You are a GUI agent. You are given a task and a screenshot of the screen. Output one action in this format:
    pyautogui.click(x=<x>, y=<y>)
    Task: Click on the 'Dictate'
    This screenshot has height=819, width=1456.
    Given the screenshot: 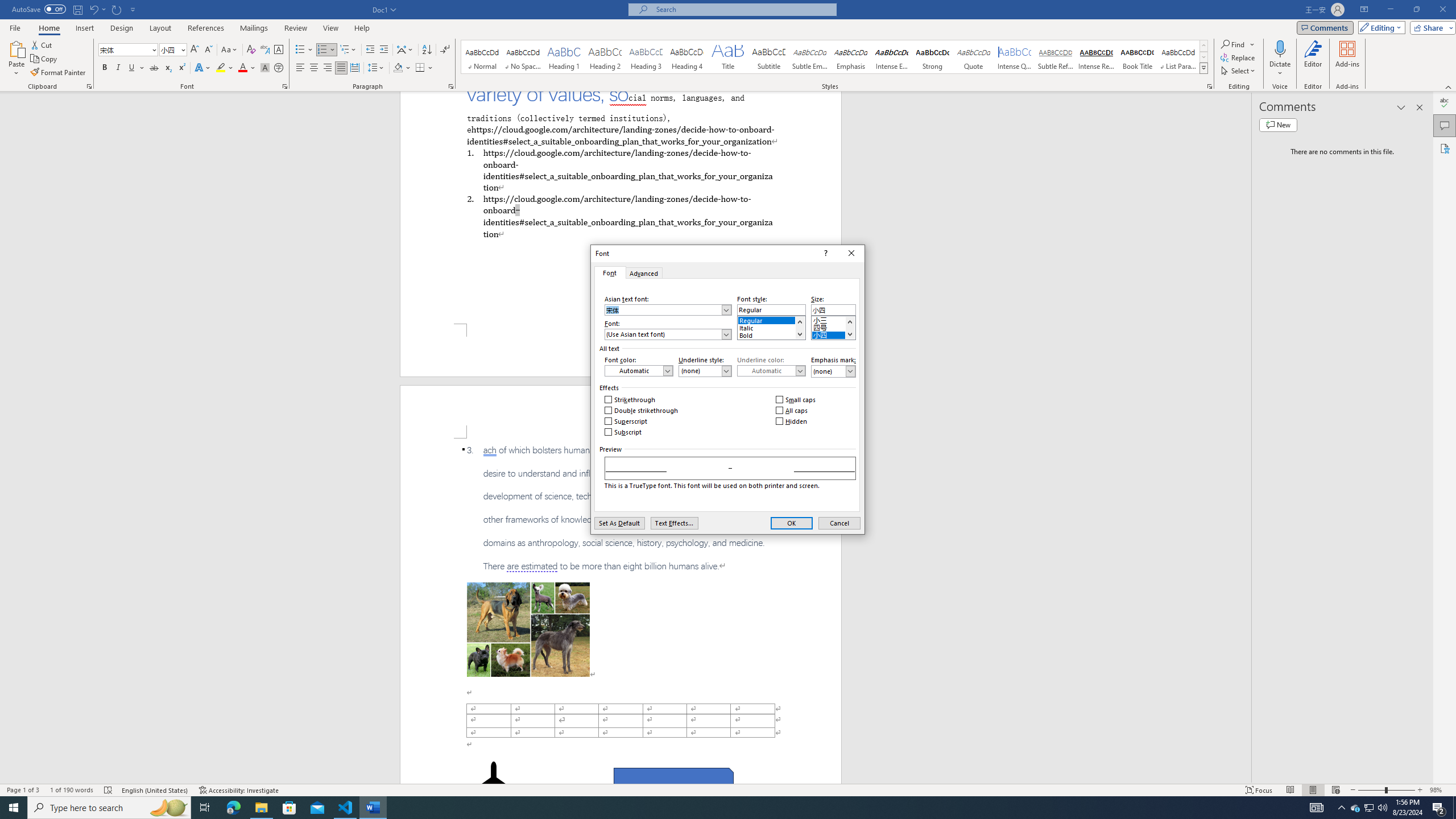 What is the action you would take?
    pyautogui.click(x=1280, y=48)
    